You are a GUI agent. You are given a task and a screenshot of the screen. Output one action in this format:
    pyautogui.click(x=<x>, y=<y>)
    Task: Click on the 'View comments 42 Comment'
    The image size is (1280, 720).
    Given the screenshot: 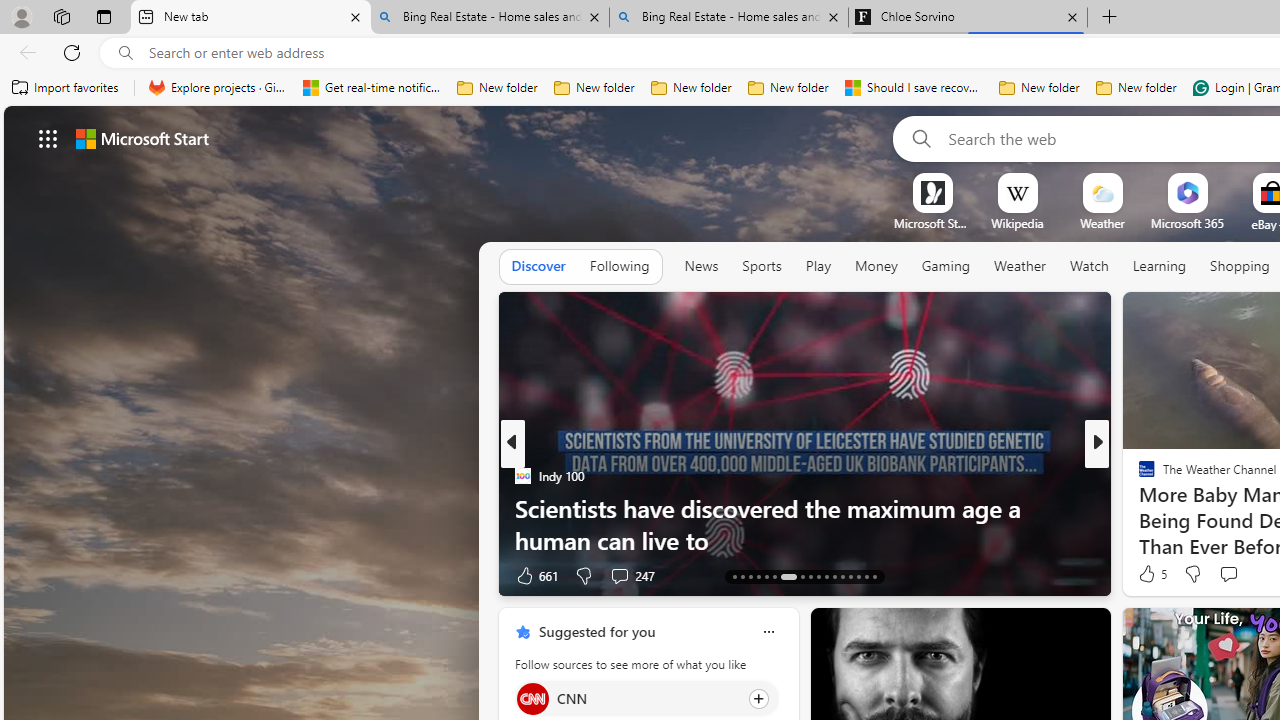 What is the action you would take?
    pyautogui.click(x=11, y=575)
    